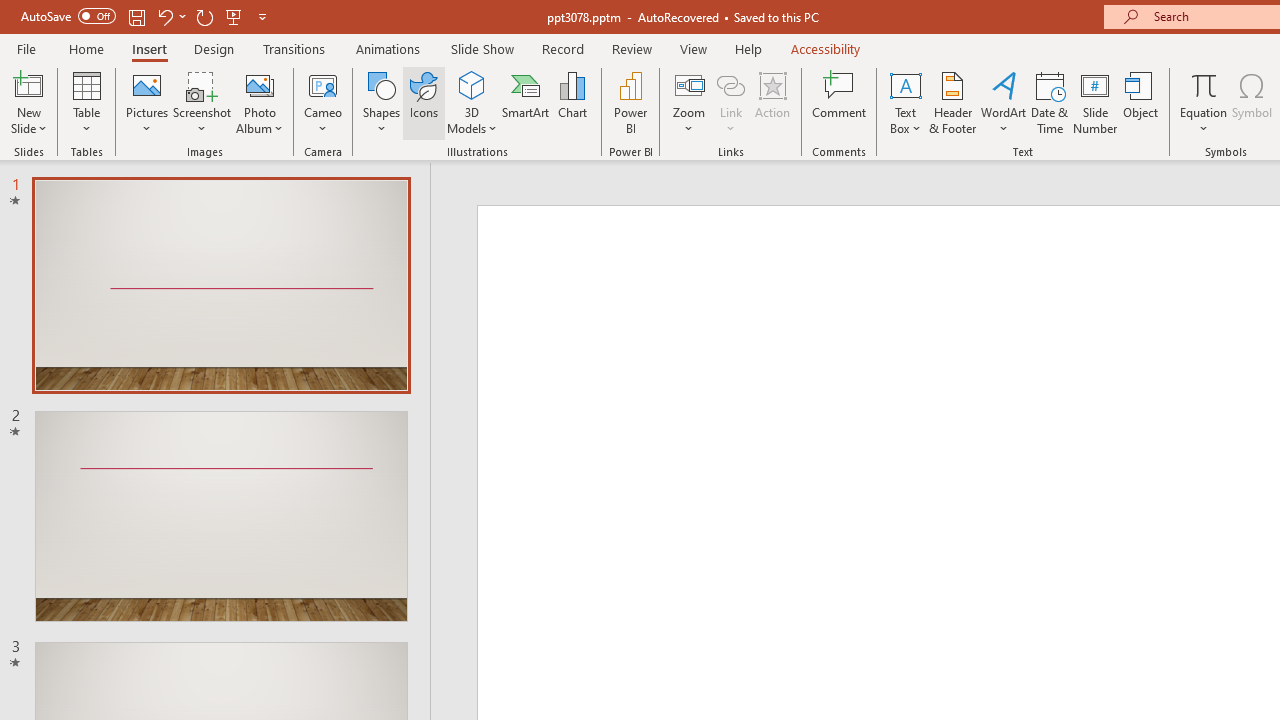 Image resolution: width=1280 pixels, height=720 pixels. Describe the element at coordinates (904, 84) in the screenshot. I see `'Draw Horizontal Text Box'` at that location.